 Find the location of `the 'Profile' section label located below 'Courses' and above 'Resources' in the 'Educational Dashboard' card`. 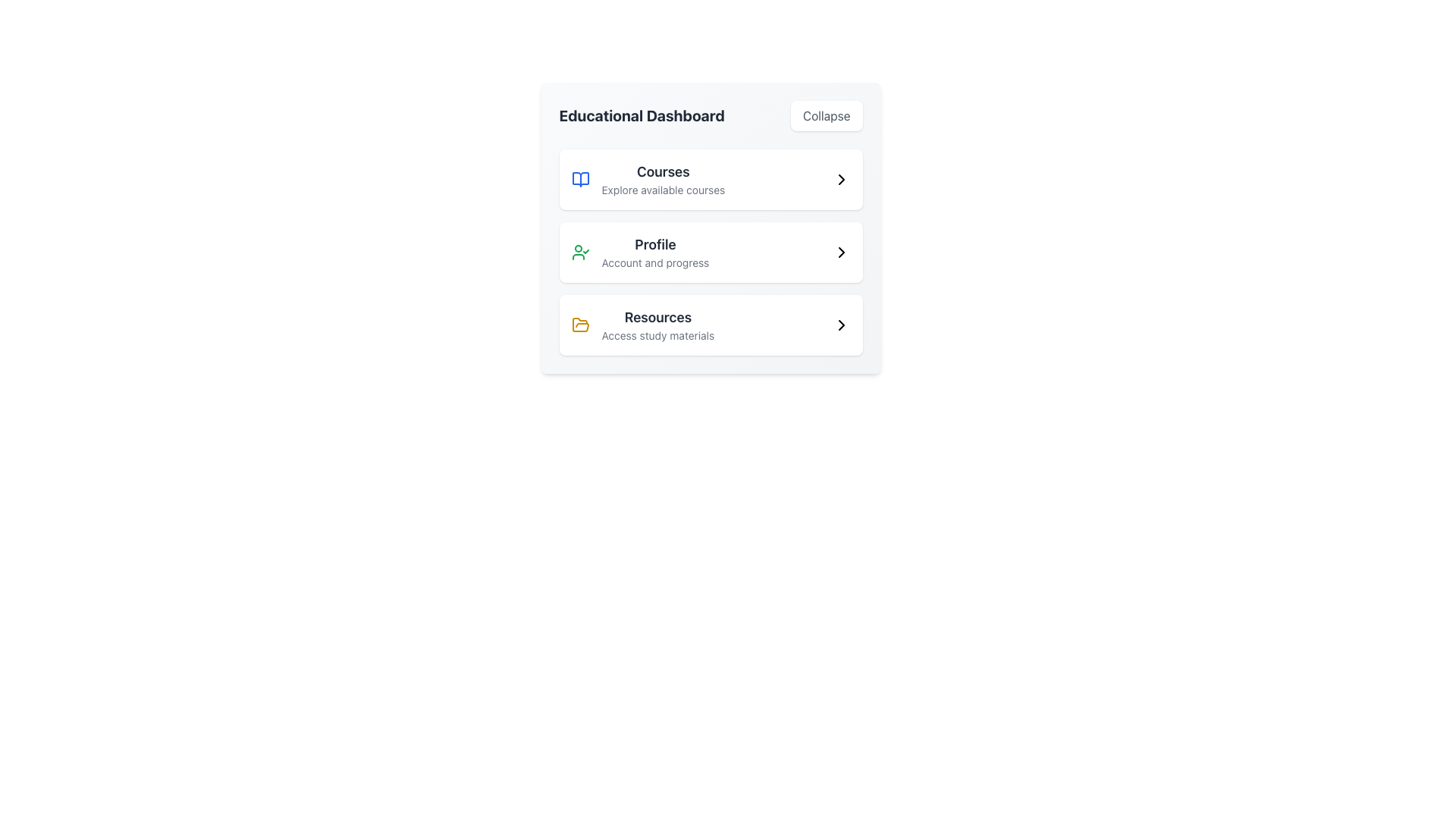

the 'Profile' section label located below 'Courses' and above 'Resources' in the 'Educational Dashboard' card is located at coordinates (655, 251).